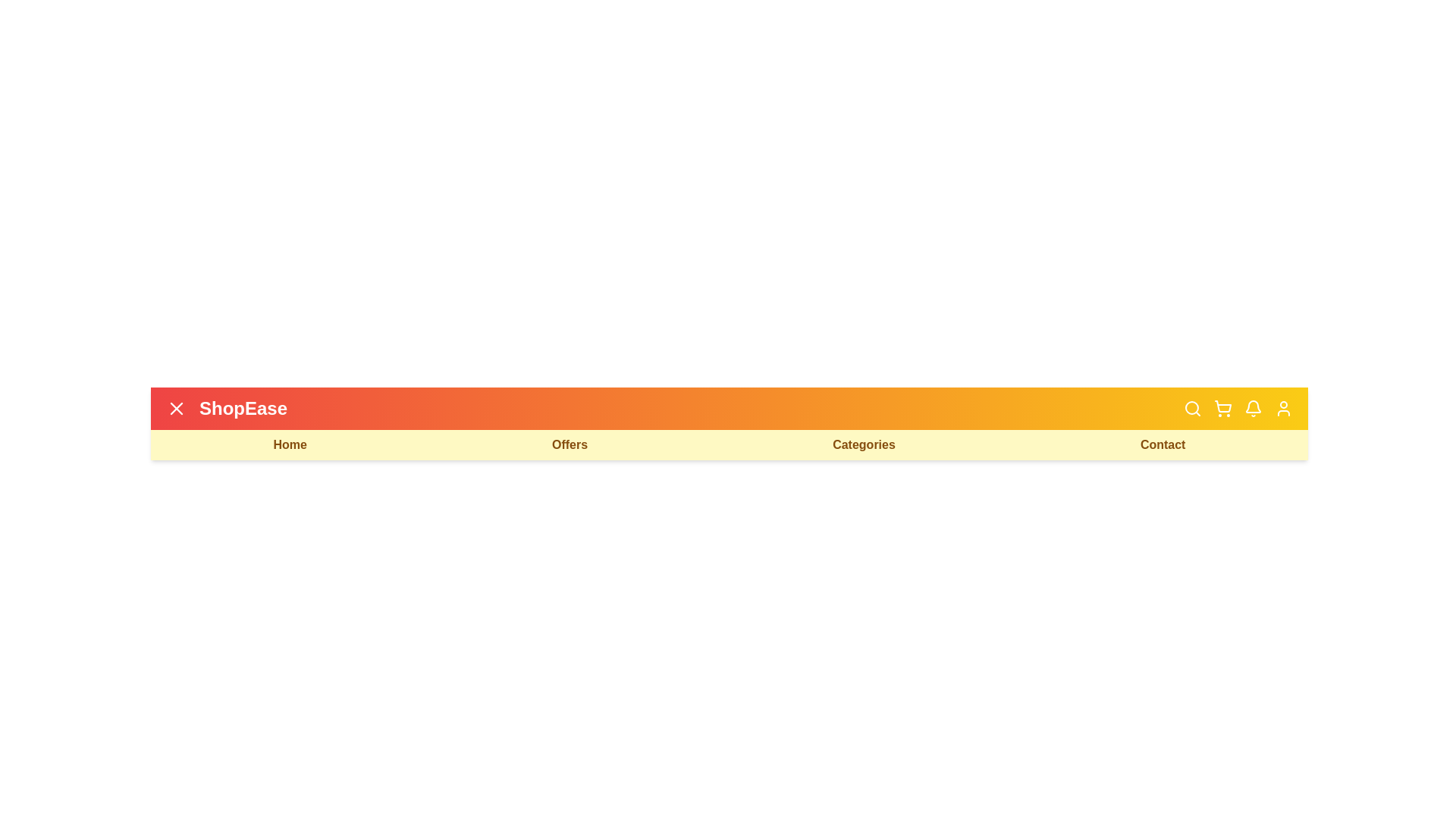 The width and height of the screenshot is (1456, 819). Describe the element at coordinates (290, 444) in the screenshot. I see `the 'Home' navigation link to navigate to the homepage` at that location.